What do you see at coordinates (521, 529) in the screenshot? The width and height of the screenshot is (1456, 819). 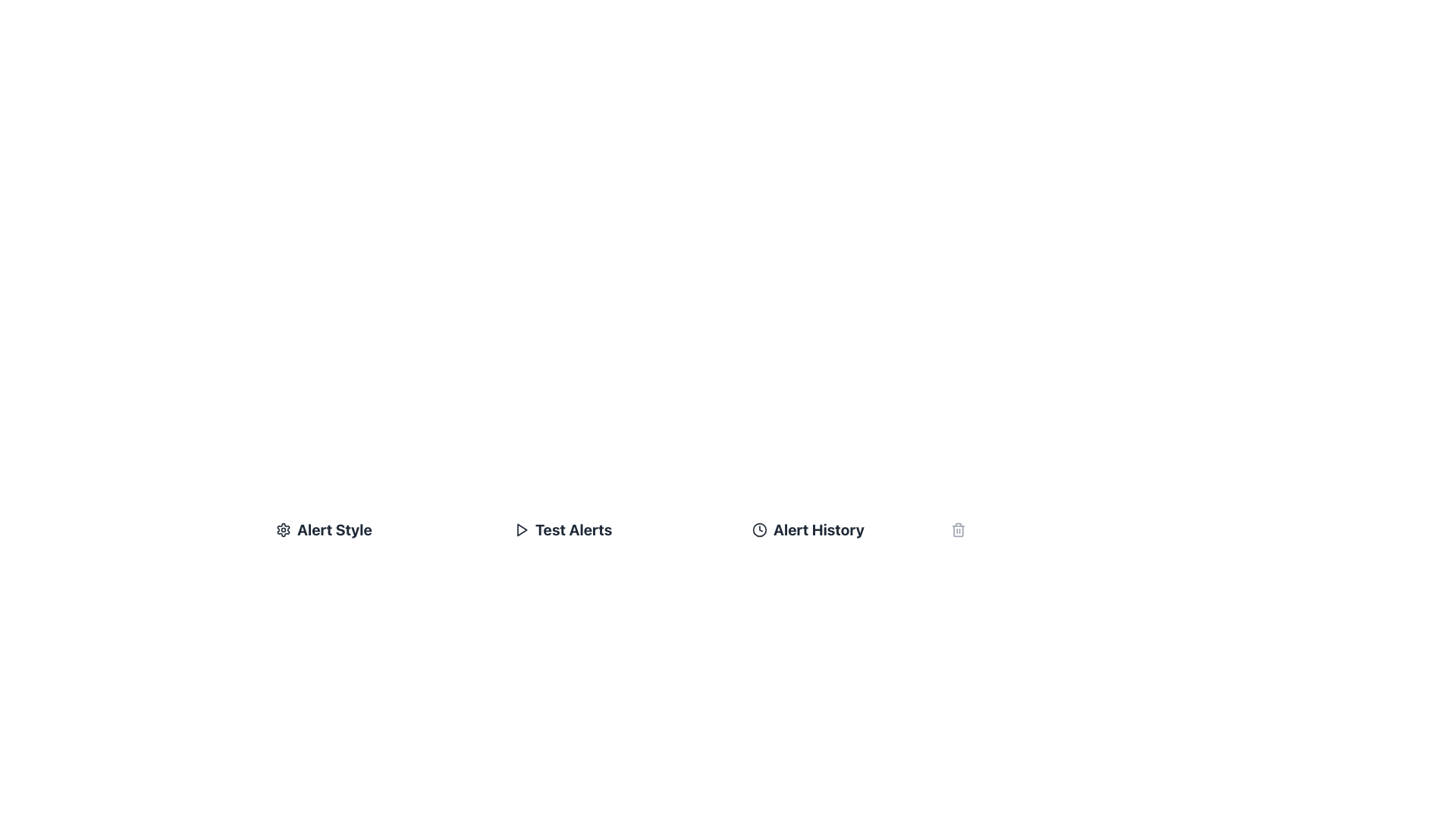 I see `the design of the triangular play icon, which is positioned to the left of the text 'Test Alerts'` at bounding box center [521, 529].